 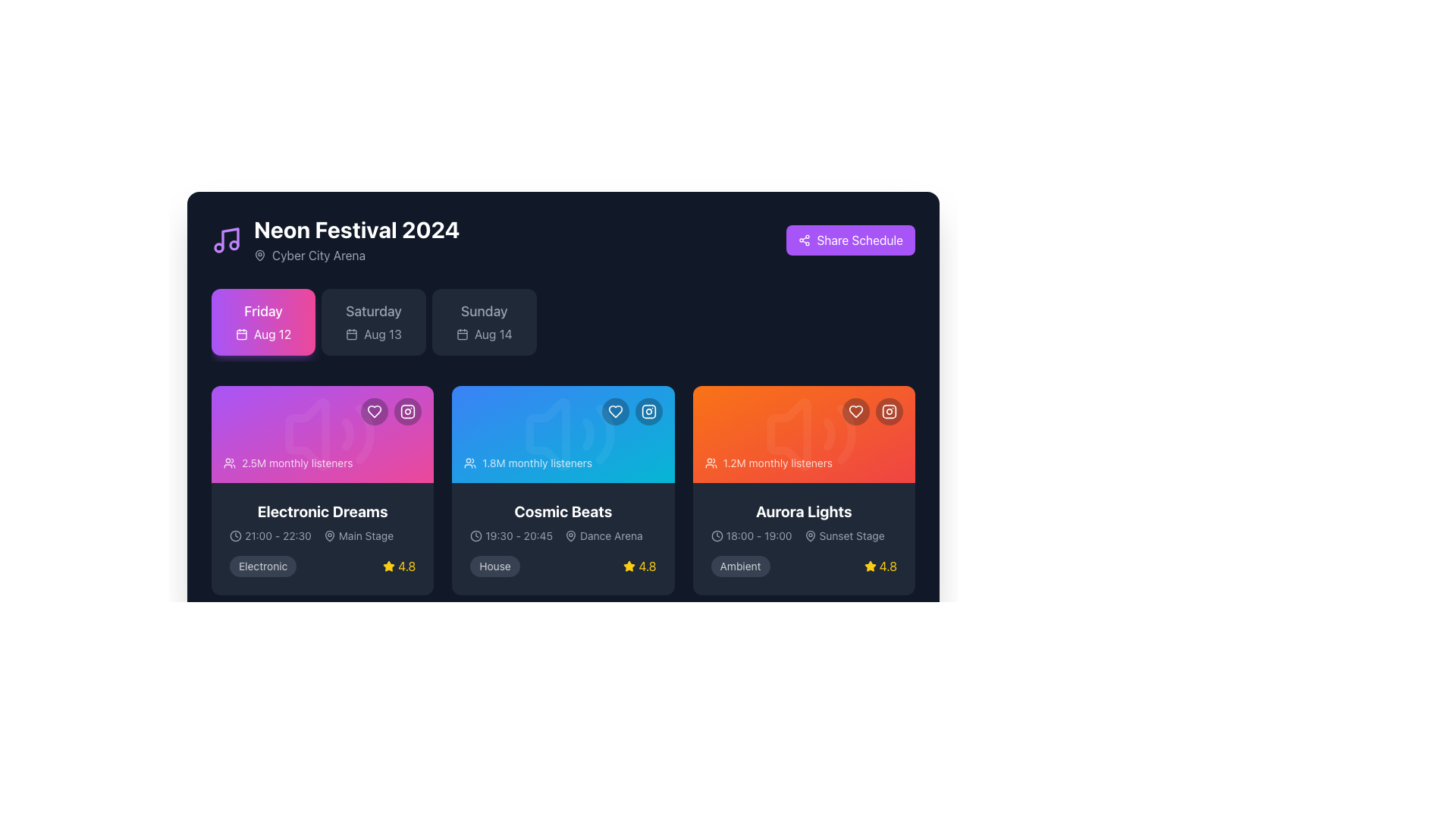 What do you see at coordinates (351, 333) in the screenshot?
I see `the small calendar icon, which is located to the left of the text 'Aug 13' within the button labeled 'Saturday, Aug 13'` at bounding box center [351, 333].